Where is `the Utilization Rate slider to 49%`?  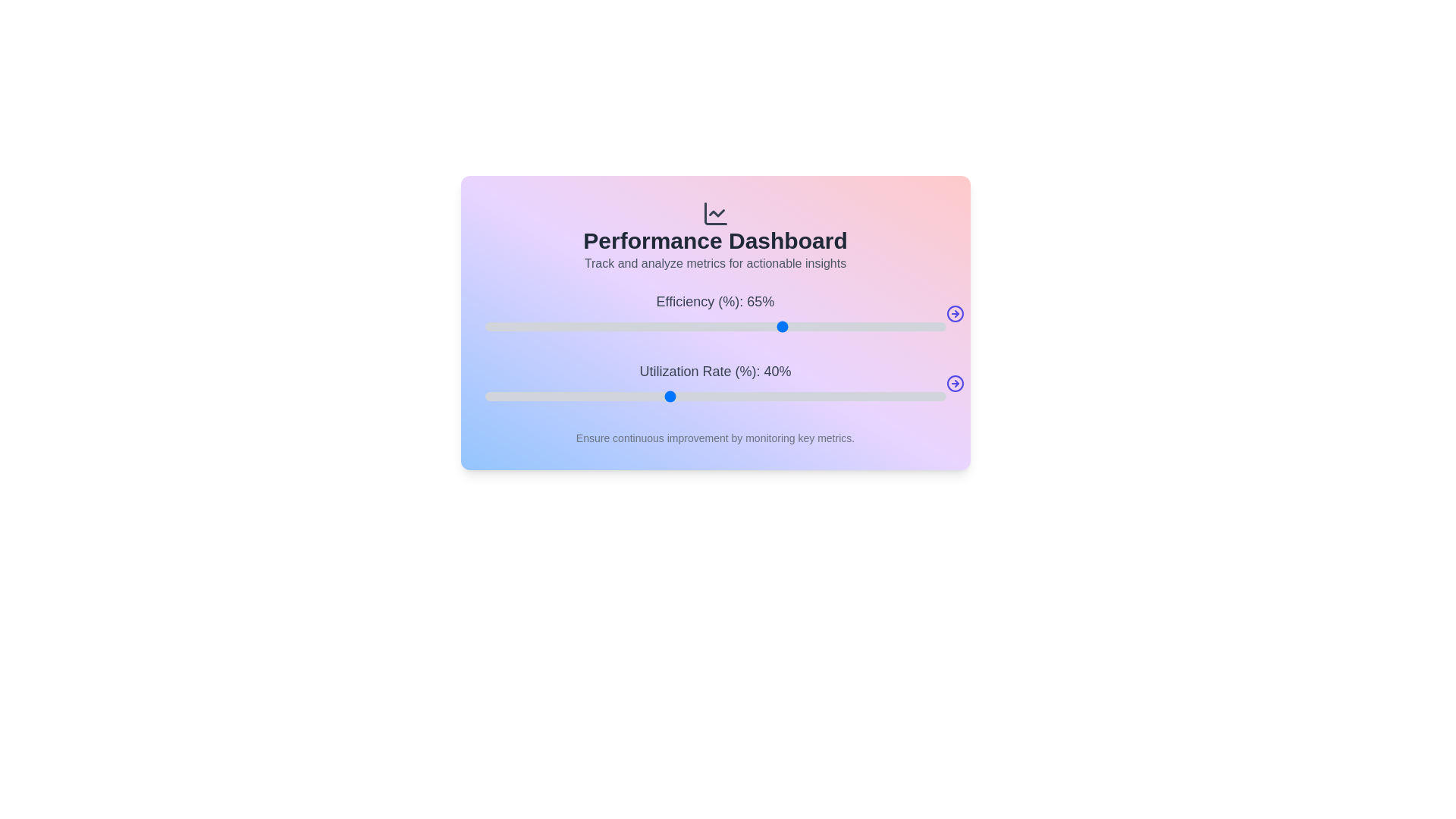
the Utilization Rate slider to 49% is located at coordinates (710, 396).